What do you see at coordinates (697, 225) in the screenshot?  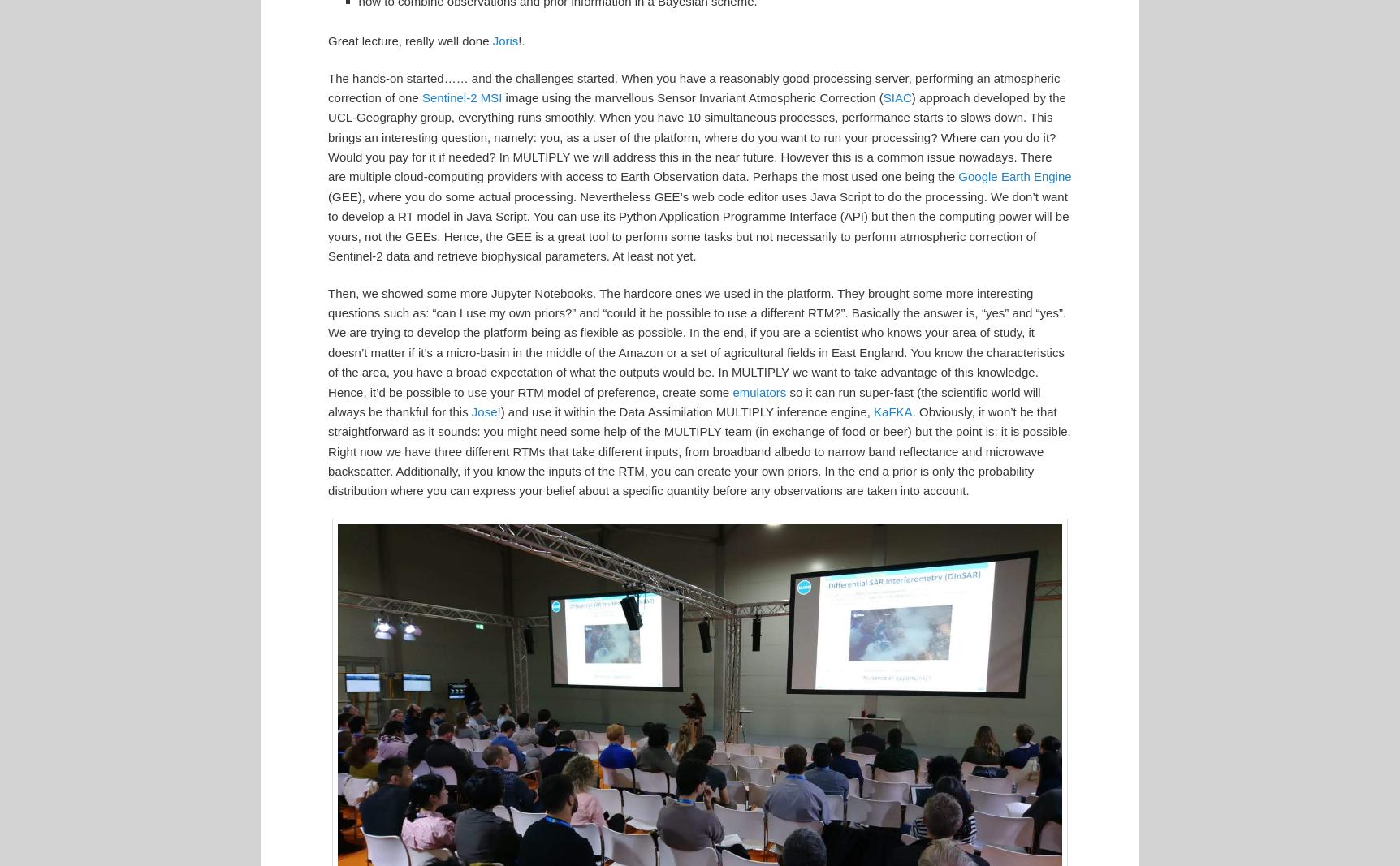 I see `'(GEE), where you do some actual processing. Nevertheless GEE’s web code editor uses Java Script to do the processing. We don’t want to develop a RT model in Java Script. You can use its Python Application Programme Interface (API) but then the computing power will be yours, not the GEEs. Hence, the GEE is a great tool to perform some tasks but not necessarily to perform atmospheric correction of Sentinel-2 data and retrieve biophysical parameters. At least not yet.'` at bounding box center [697, 225].